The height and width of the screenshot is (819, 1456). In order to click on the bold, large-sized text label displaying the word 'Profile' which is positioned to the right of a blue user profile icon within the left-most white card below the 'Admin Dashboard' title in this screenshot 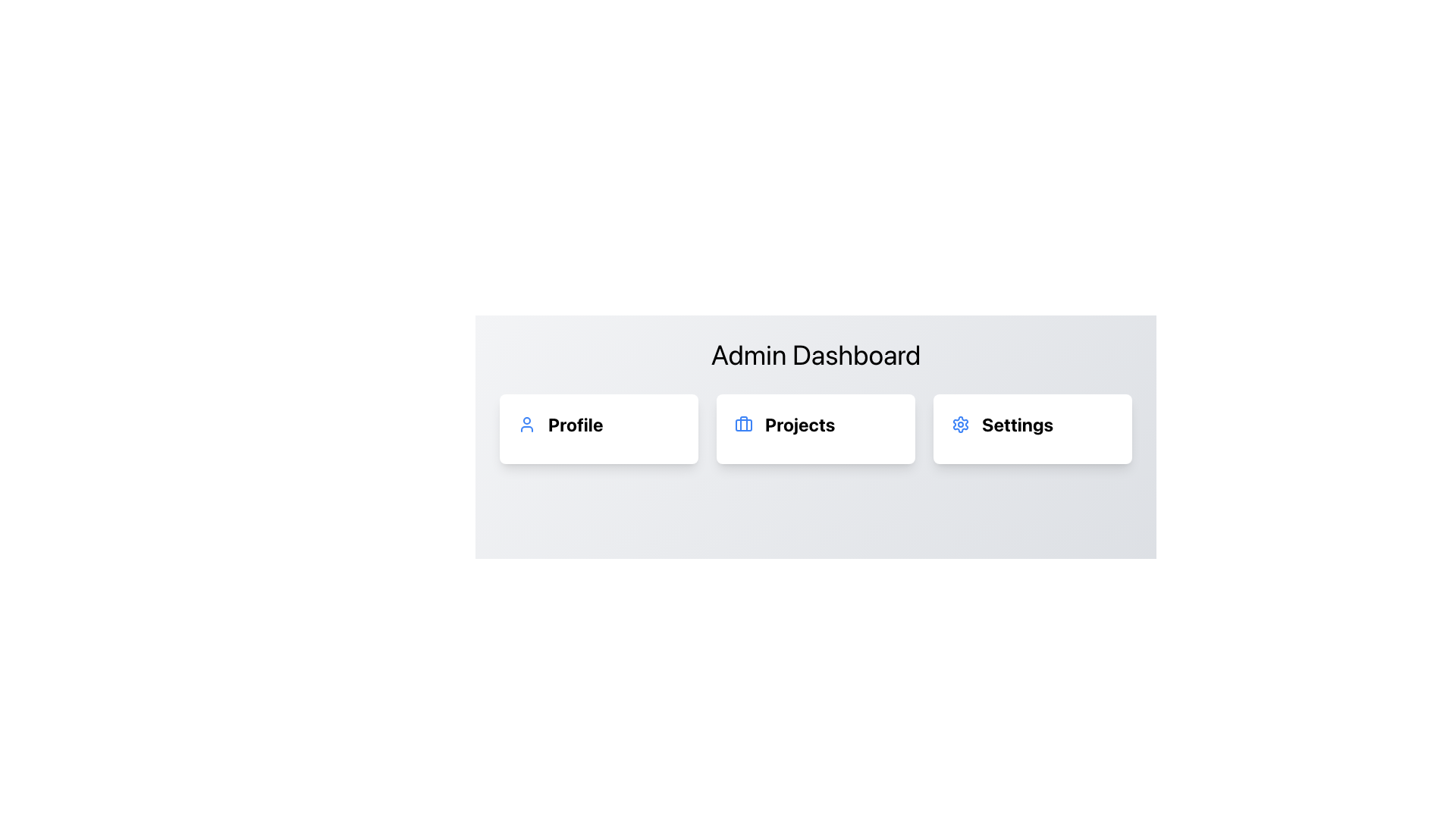, I will do `click(575, 424)`.